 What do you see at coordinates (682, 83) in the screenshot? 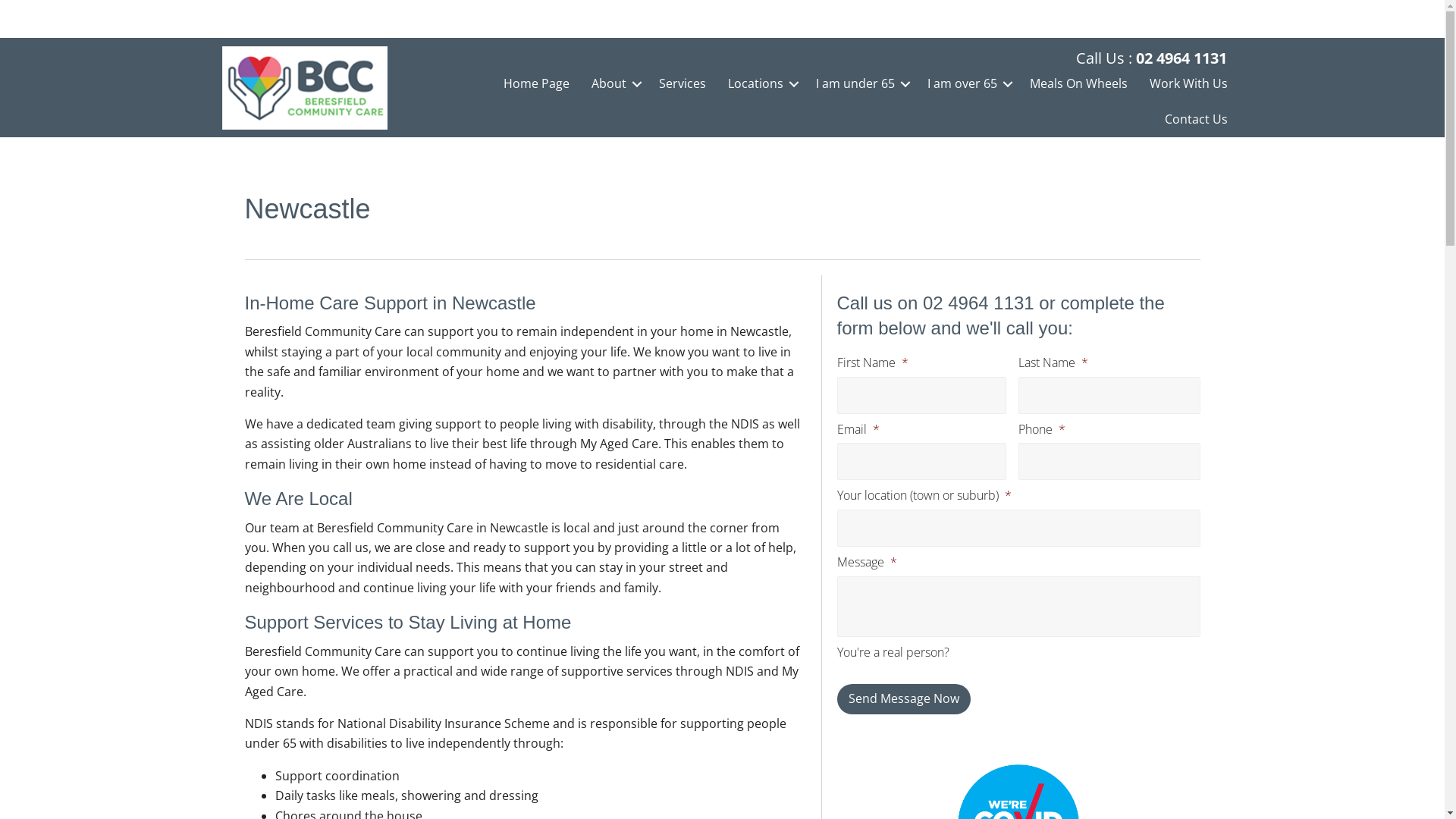
I see `'Services'` at bounding box center [682, 83].